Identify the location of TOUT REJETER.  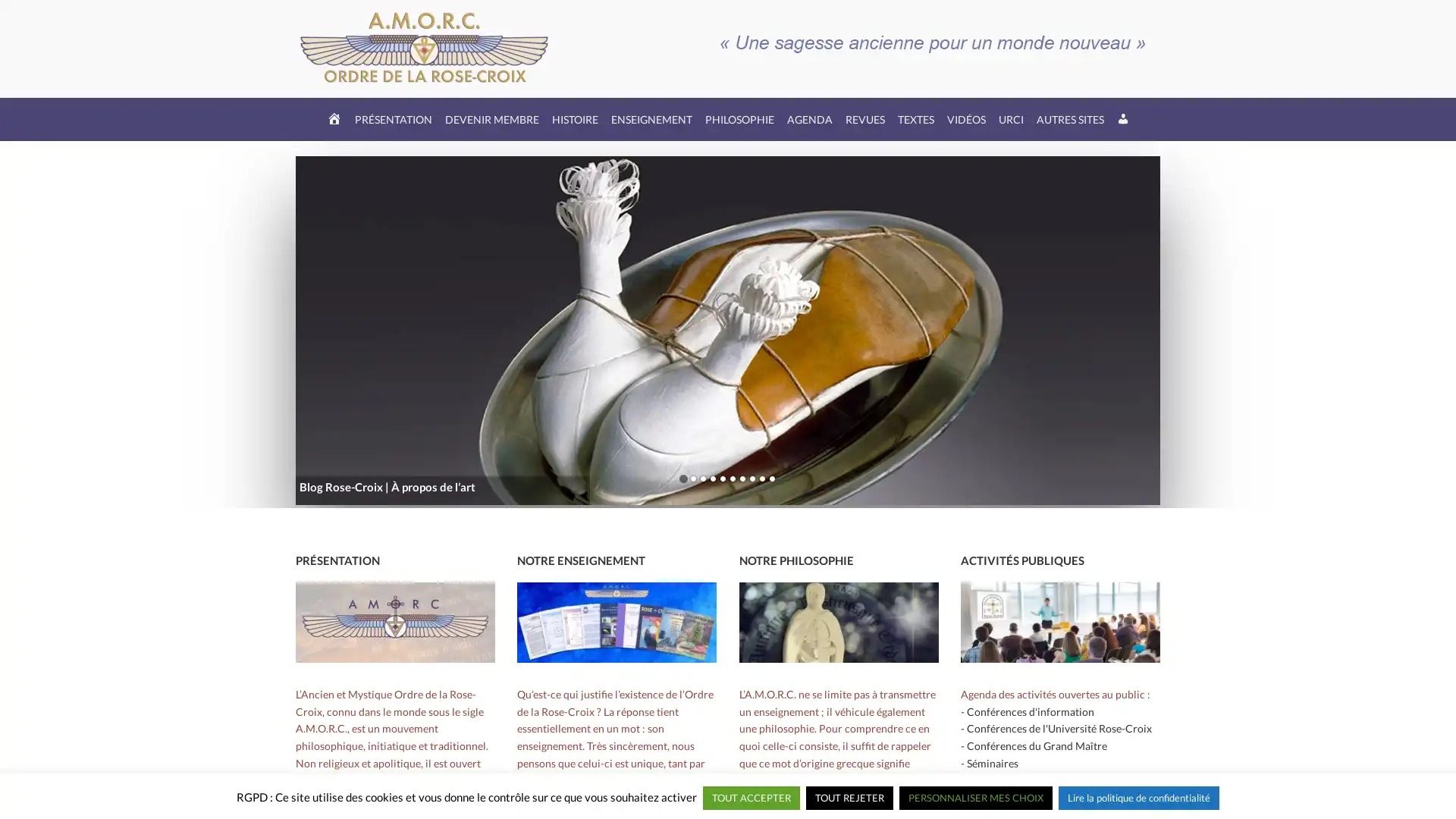
(849, 797).